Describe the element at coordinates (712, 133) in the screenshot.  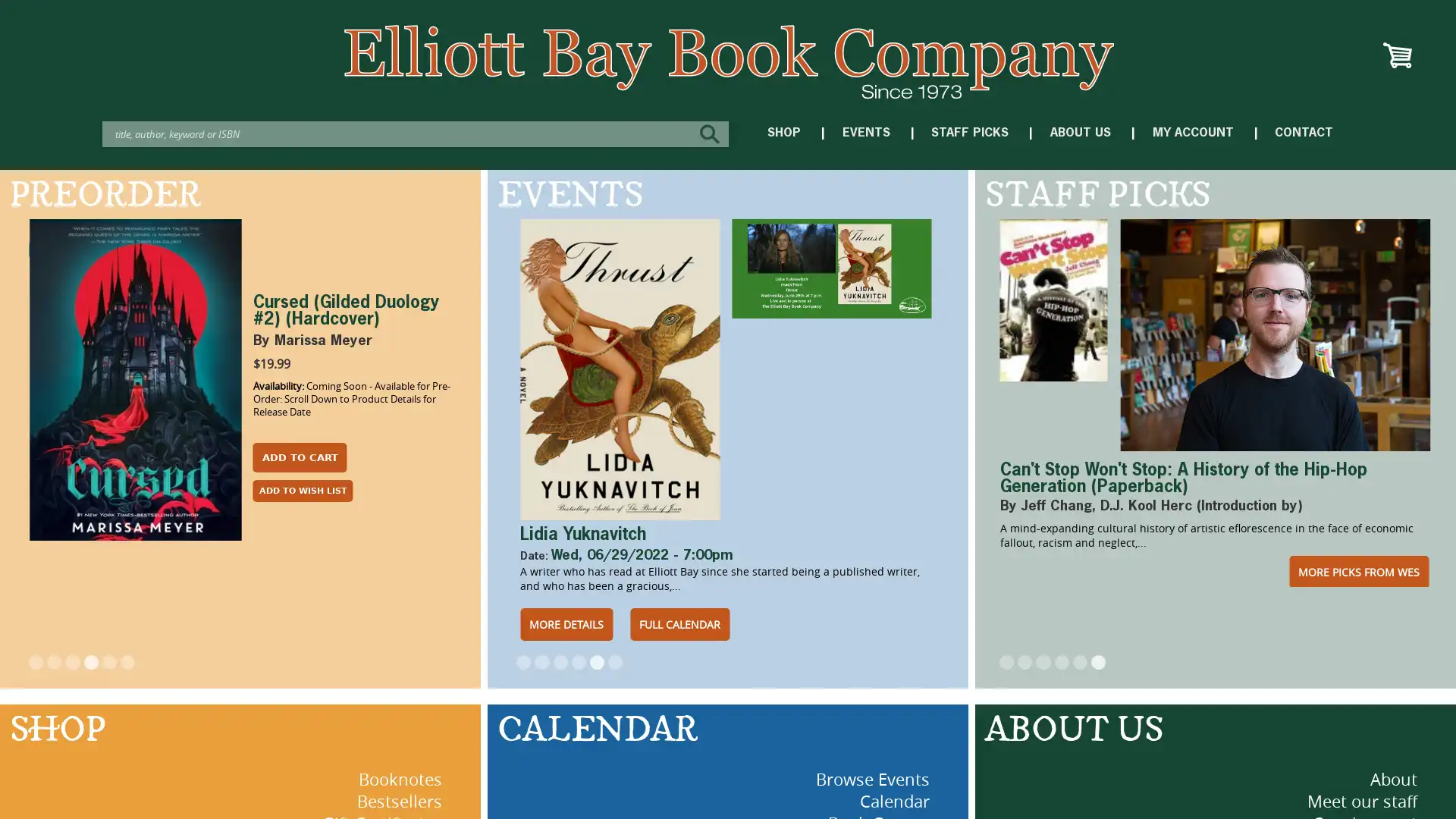
I see `Search` at that location.